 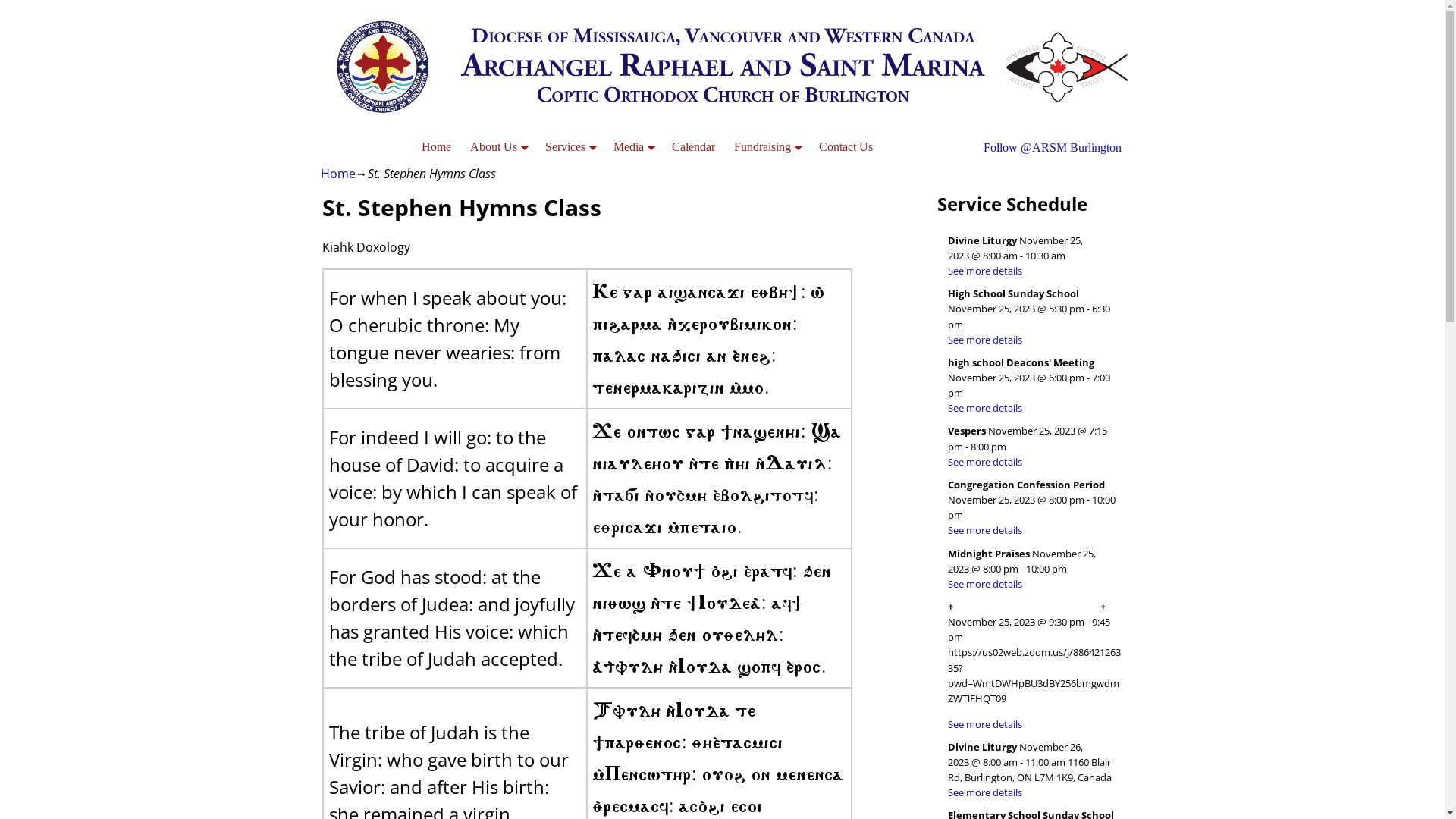 What do you see at coordinates (498, 147) in the screenshot?
I see `'About Us'` at bounding box center [498, 147].